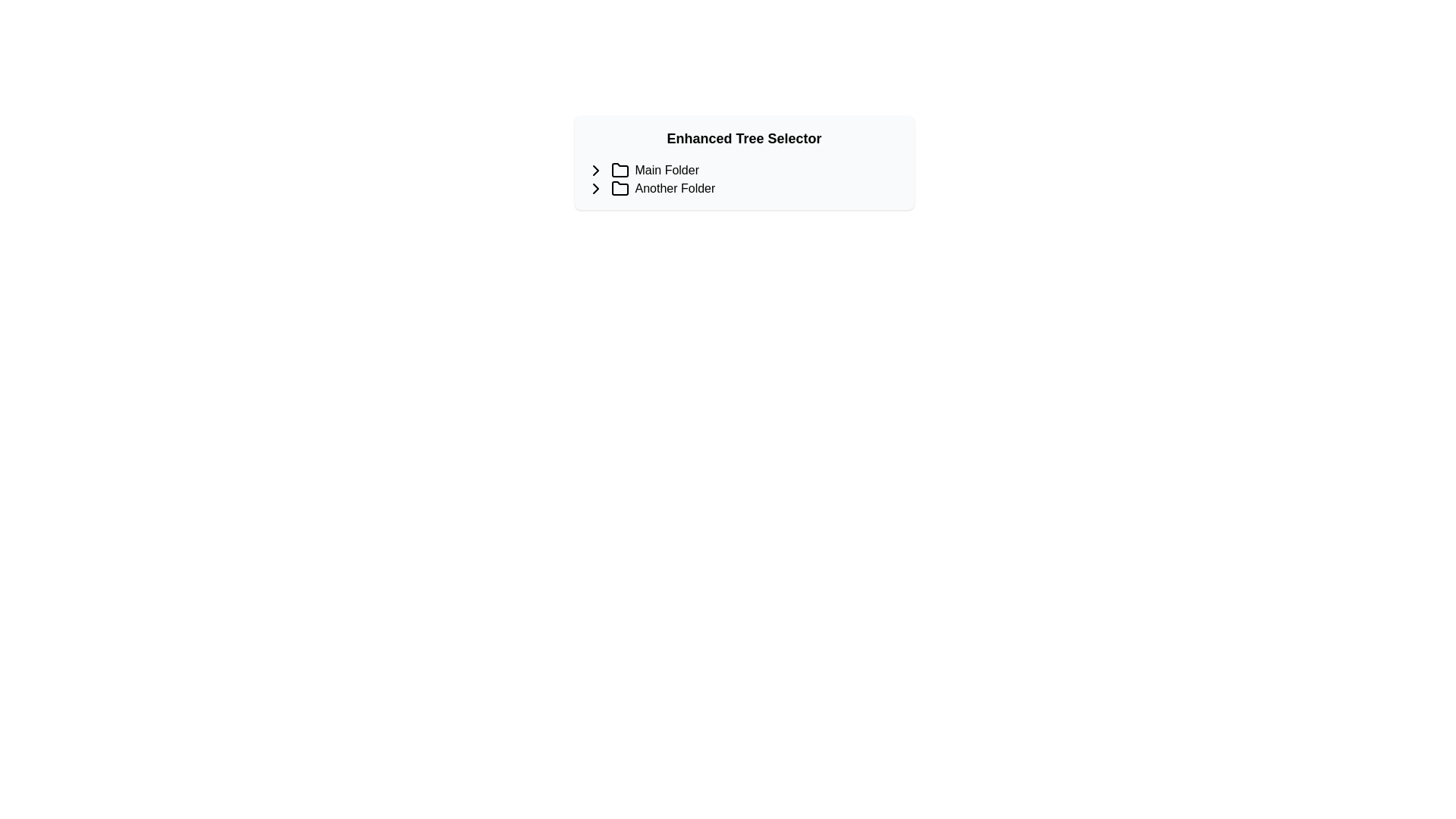 The image size is (1456, 819). Describe the element at coordinates (620, 170) in the screenshot. I see `the folder icon styled as a simple line drawing located next to the text 'Main Folder'` at that location.